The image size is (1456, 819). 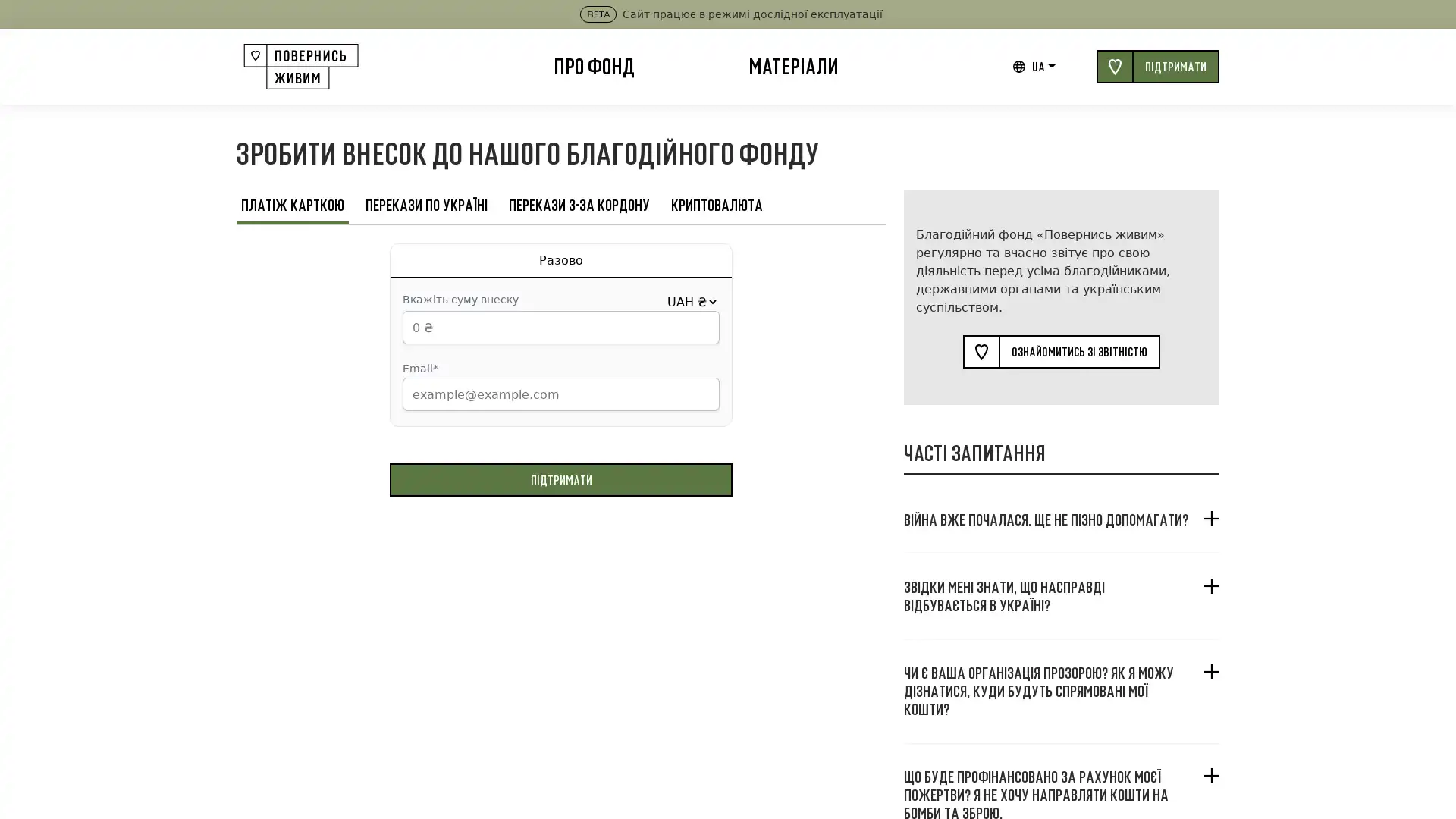 What do you see at coordinates (1061, 519) in the screenshot?
I see `.    ?` at bounding box center [1061, 519].